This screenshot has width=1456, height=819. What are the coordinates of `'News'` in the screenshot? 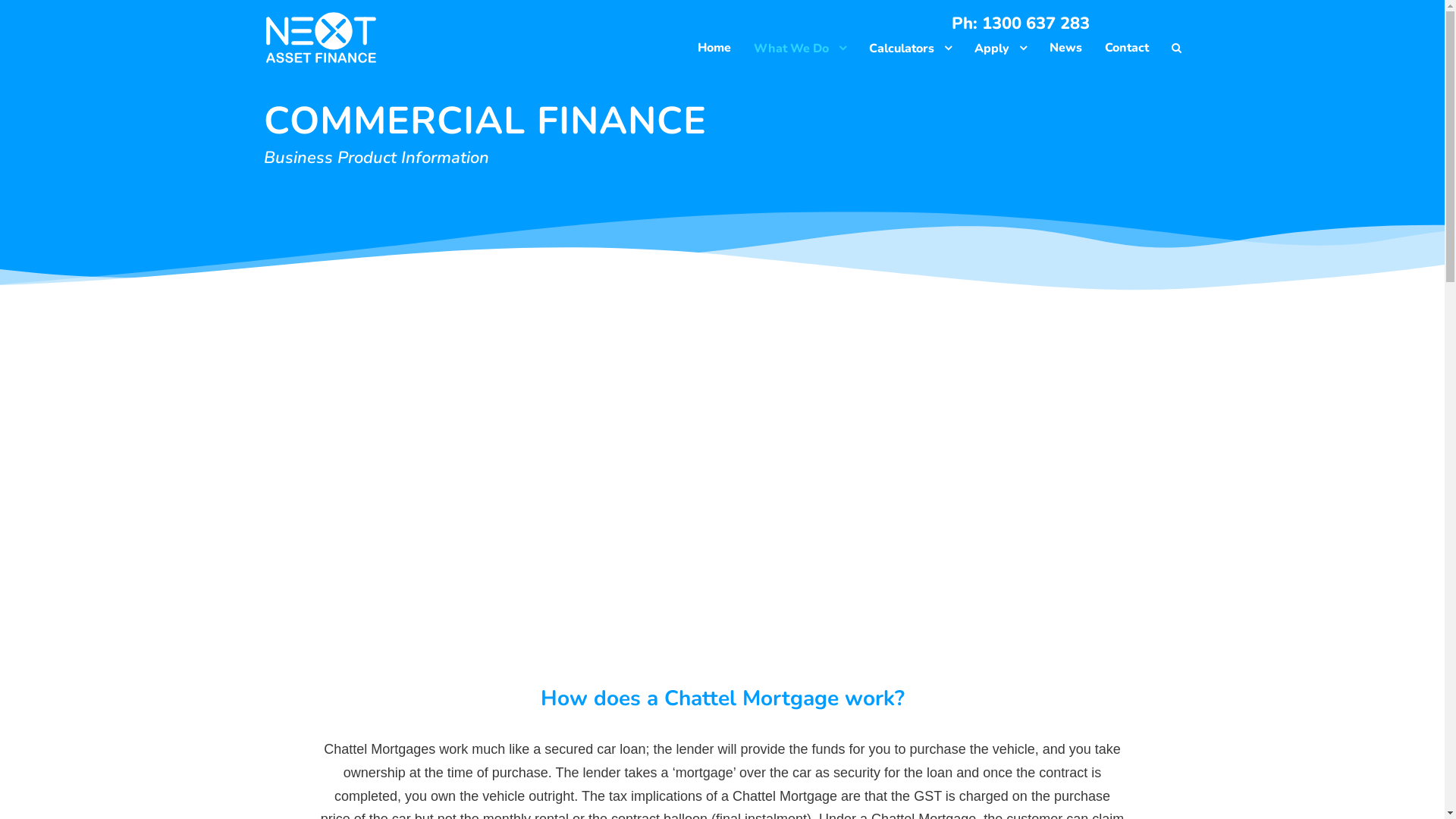 It's located at (1048, 51).